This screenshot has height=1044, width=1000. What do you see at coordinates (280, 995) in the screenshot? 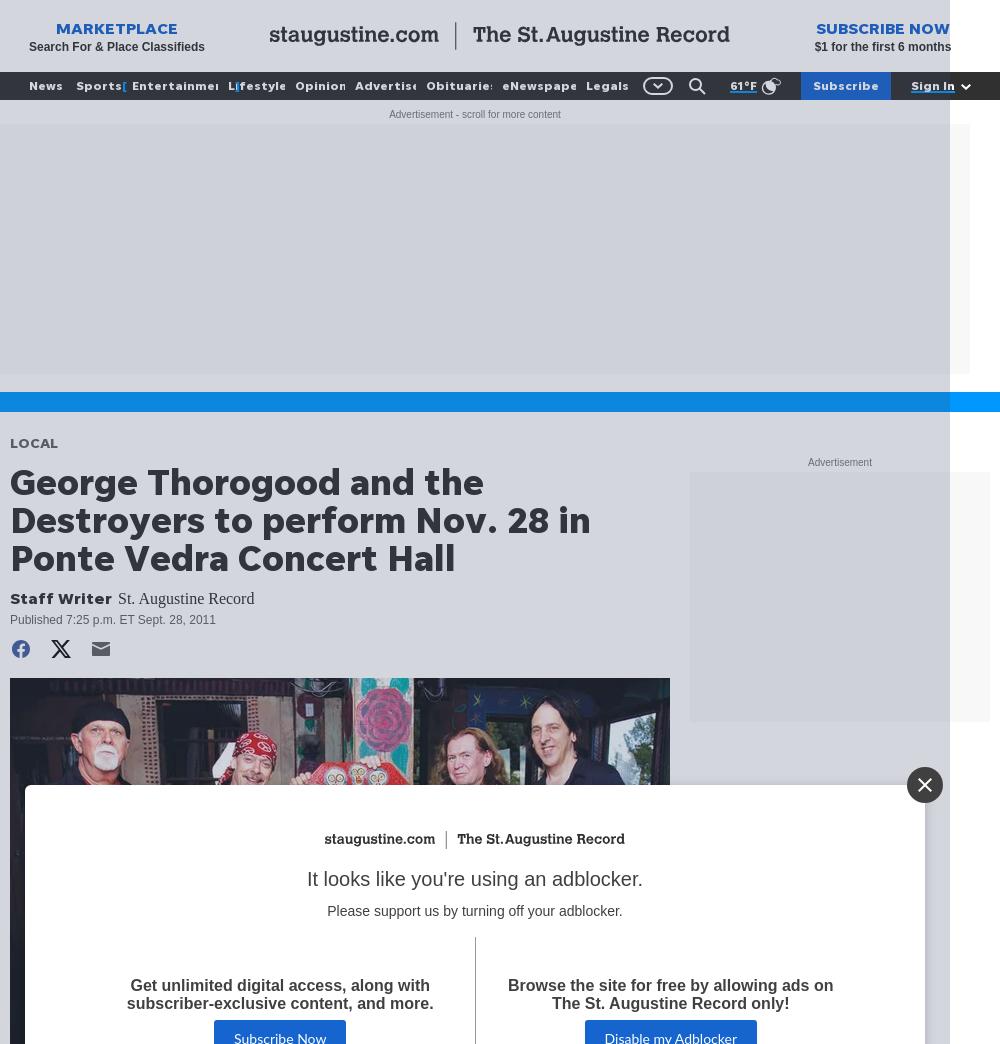
I see `'Get unlimited digital access, along with subscriber-exclusive content, and more.'` at bounding box center [280, 995].